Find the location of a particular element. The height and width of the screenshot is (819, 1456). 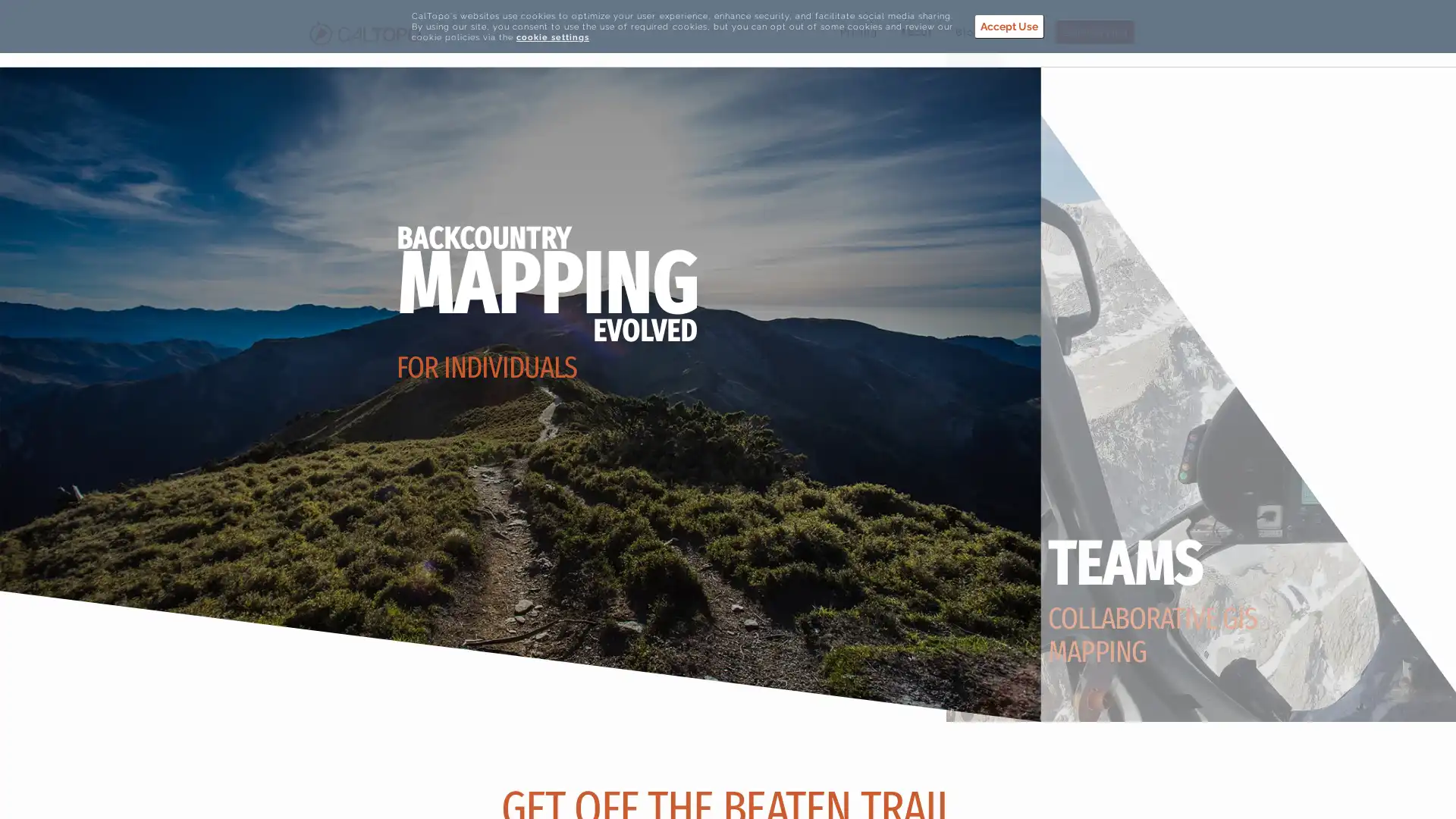

Accept Use is located at coordinates (1009, 26).